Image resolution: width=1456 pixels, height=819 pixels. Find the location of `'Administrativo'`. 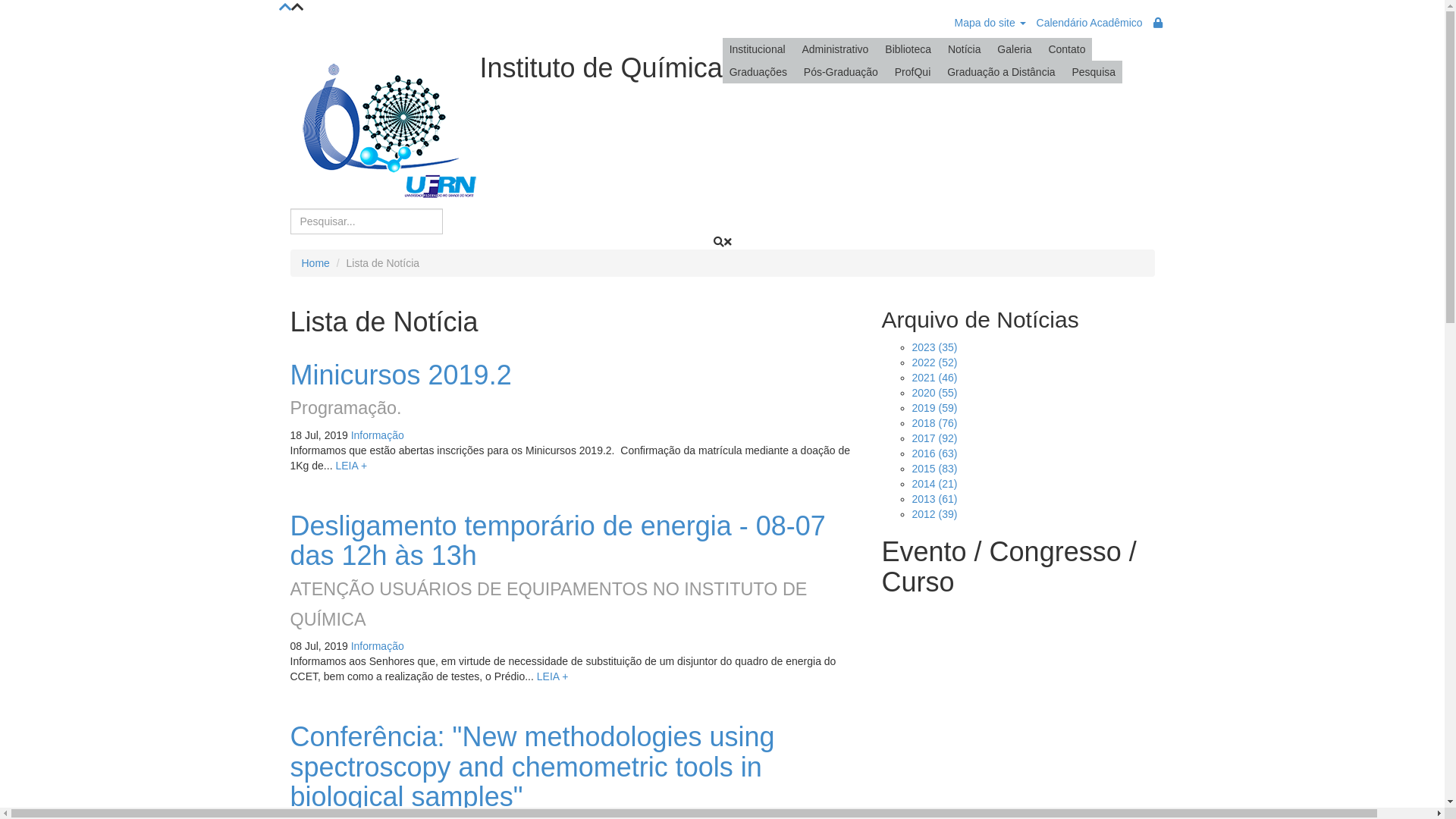

'Administrativo' is located at coordinates (793, 49).